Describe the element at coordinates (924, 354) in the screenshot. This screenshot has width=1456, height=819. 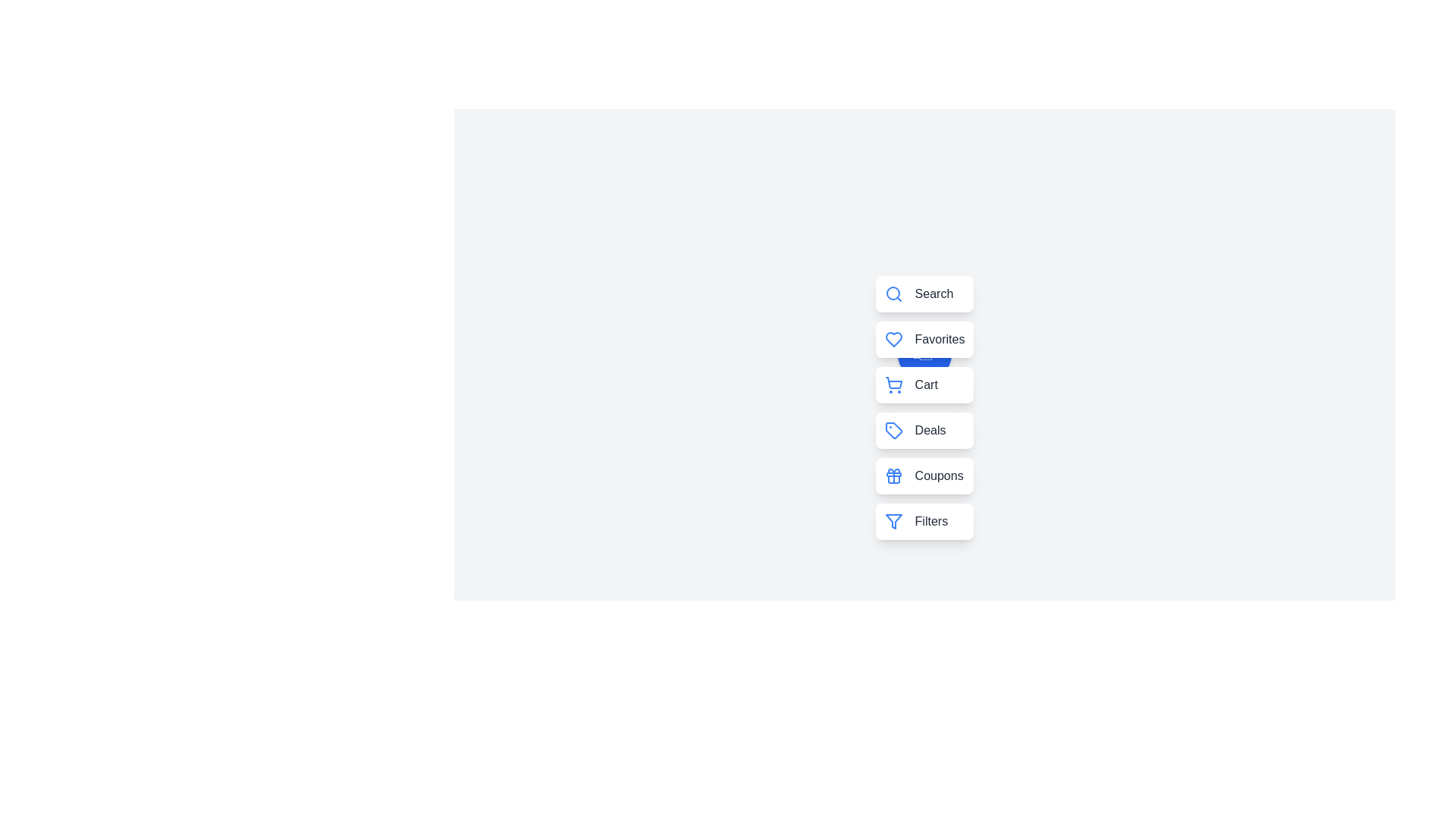
I see `the circular button with a blue background and white text, which is positioned between the 'Search' and 'Cart' buttons` at that location.